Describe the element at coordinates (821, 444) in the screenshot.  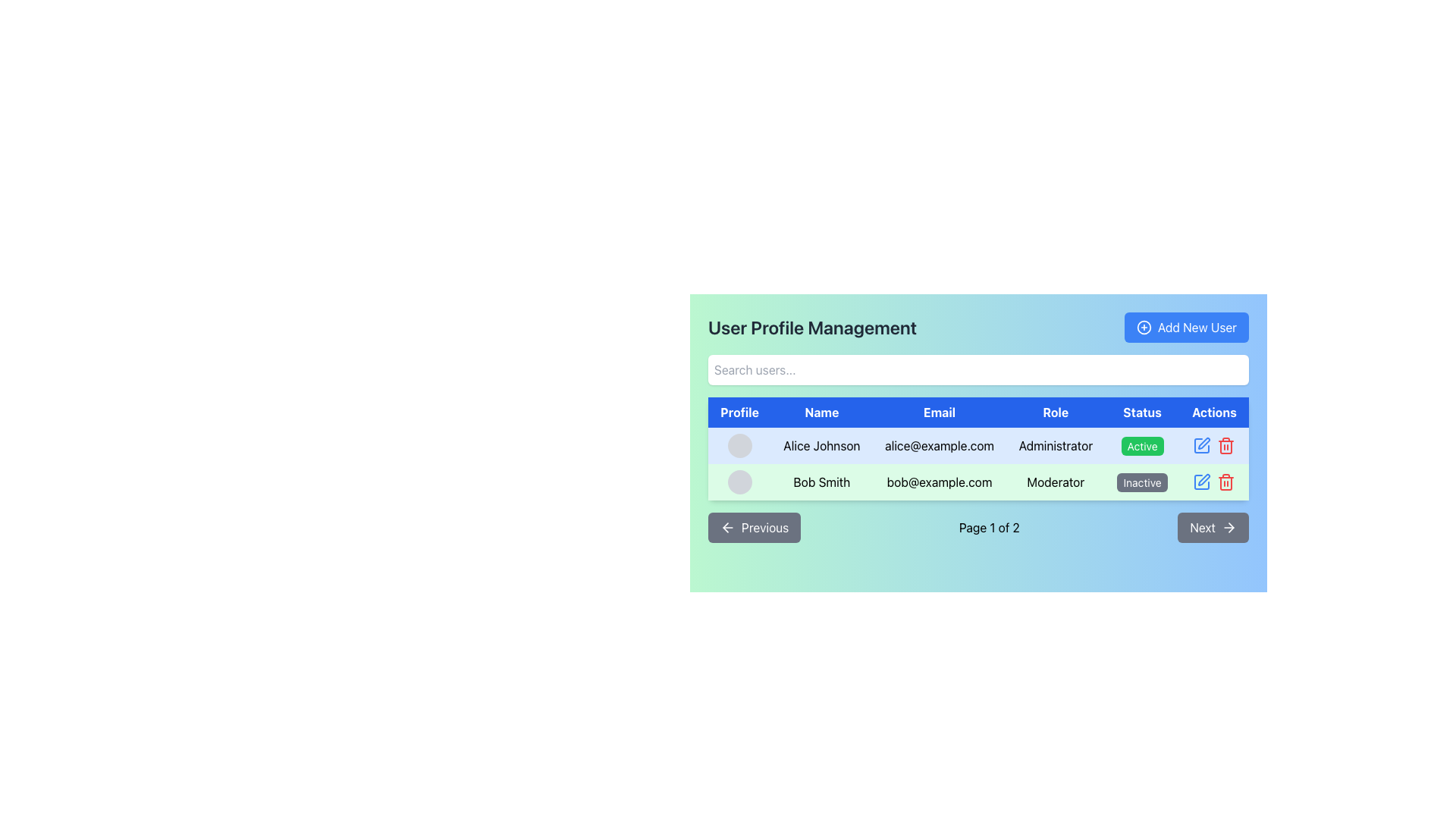
I see `the user's name label in the table under the 'Name' header, which is adjacent to 'alice@example.com'` at that location.